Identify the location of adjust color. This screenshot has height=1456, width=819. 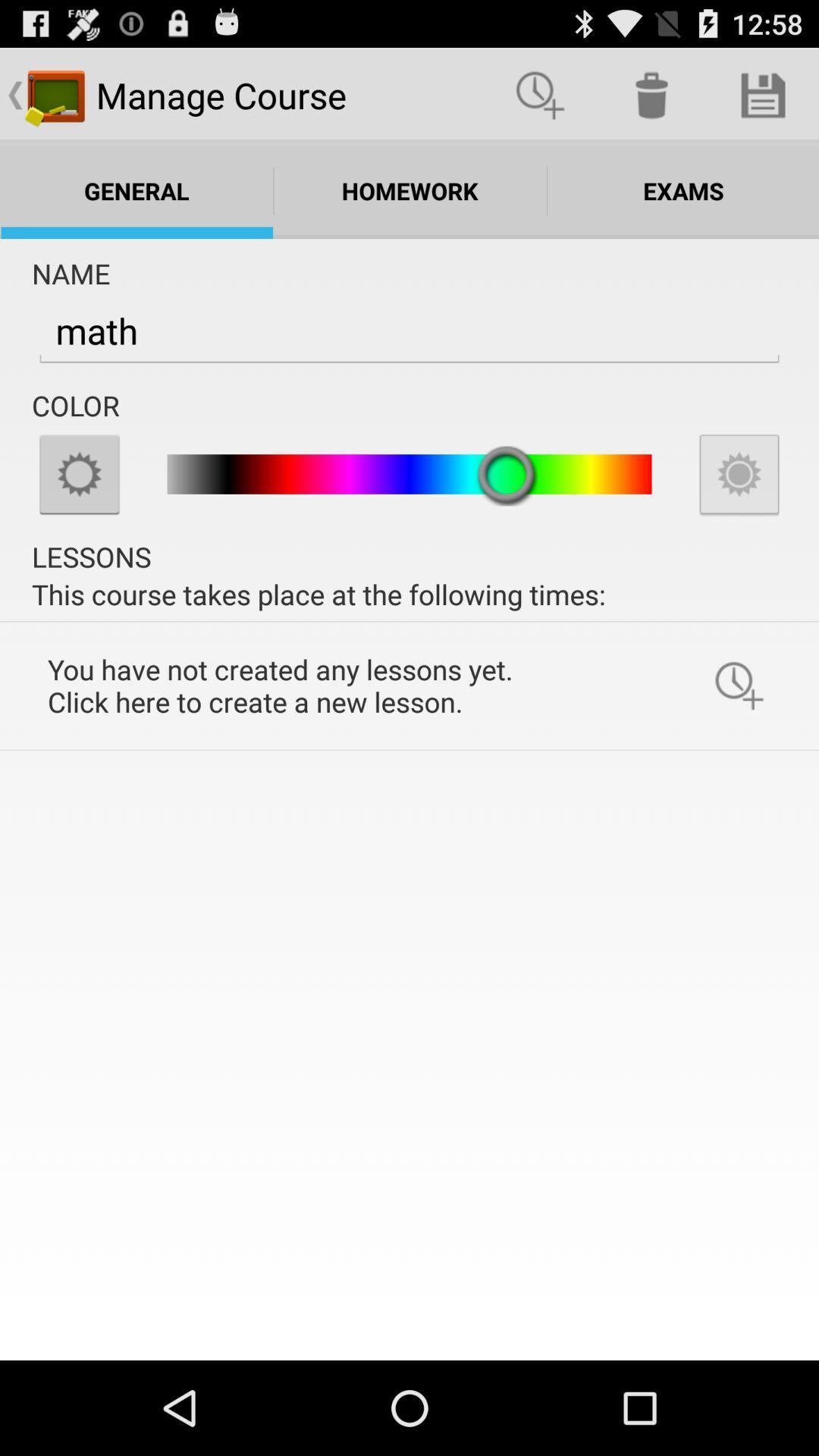
(79, 473).